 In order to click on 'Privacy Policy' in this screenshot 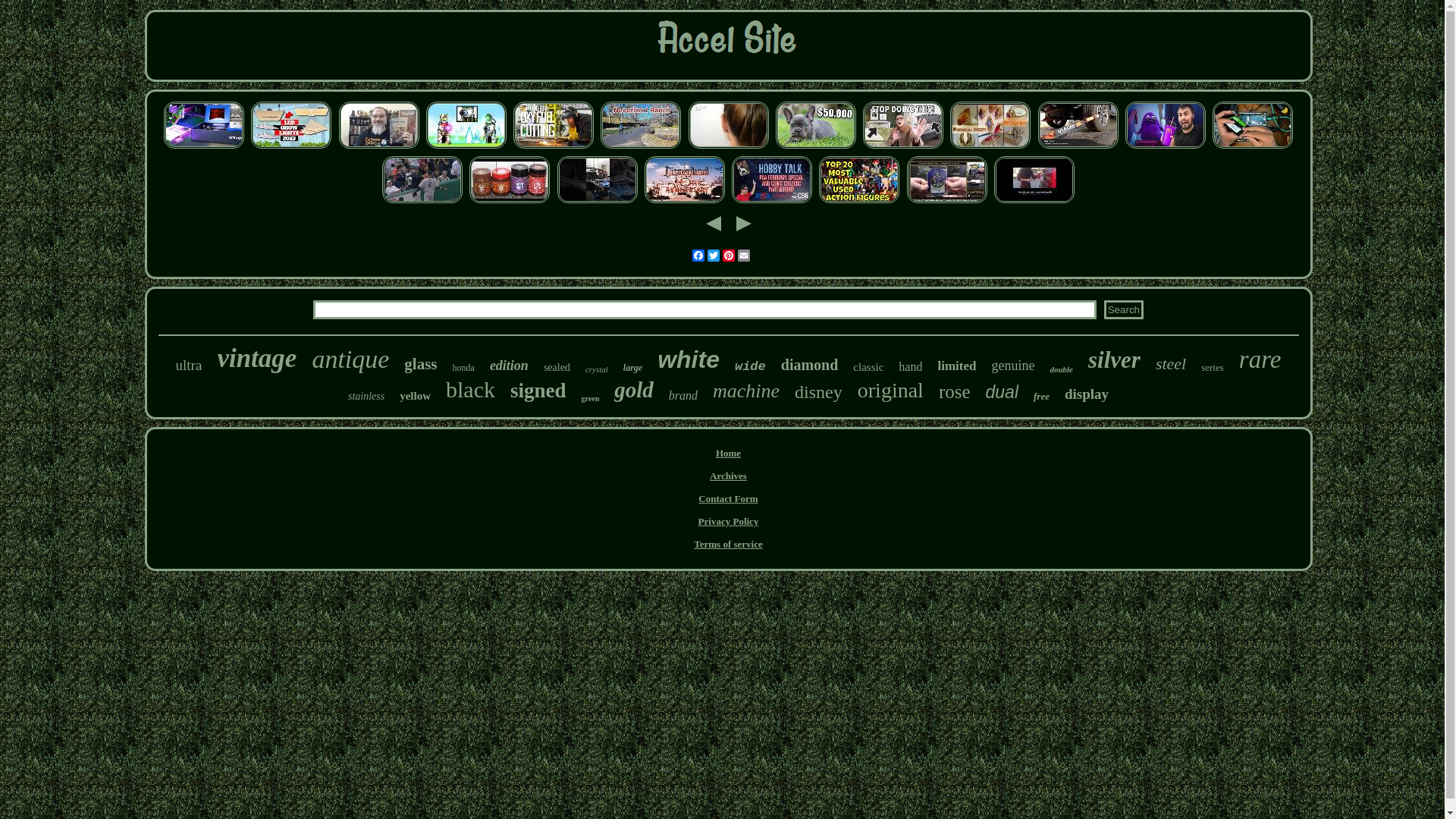, I will do `click(698, 520)`.